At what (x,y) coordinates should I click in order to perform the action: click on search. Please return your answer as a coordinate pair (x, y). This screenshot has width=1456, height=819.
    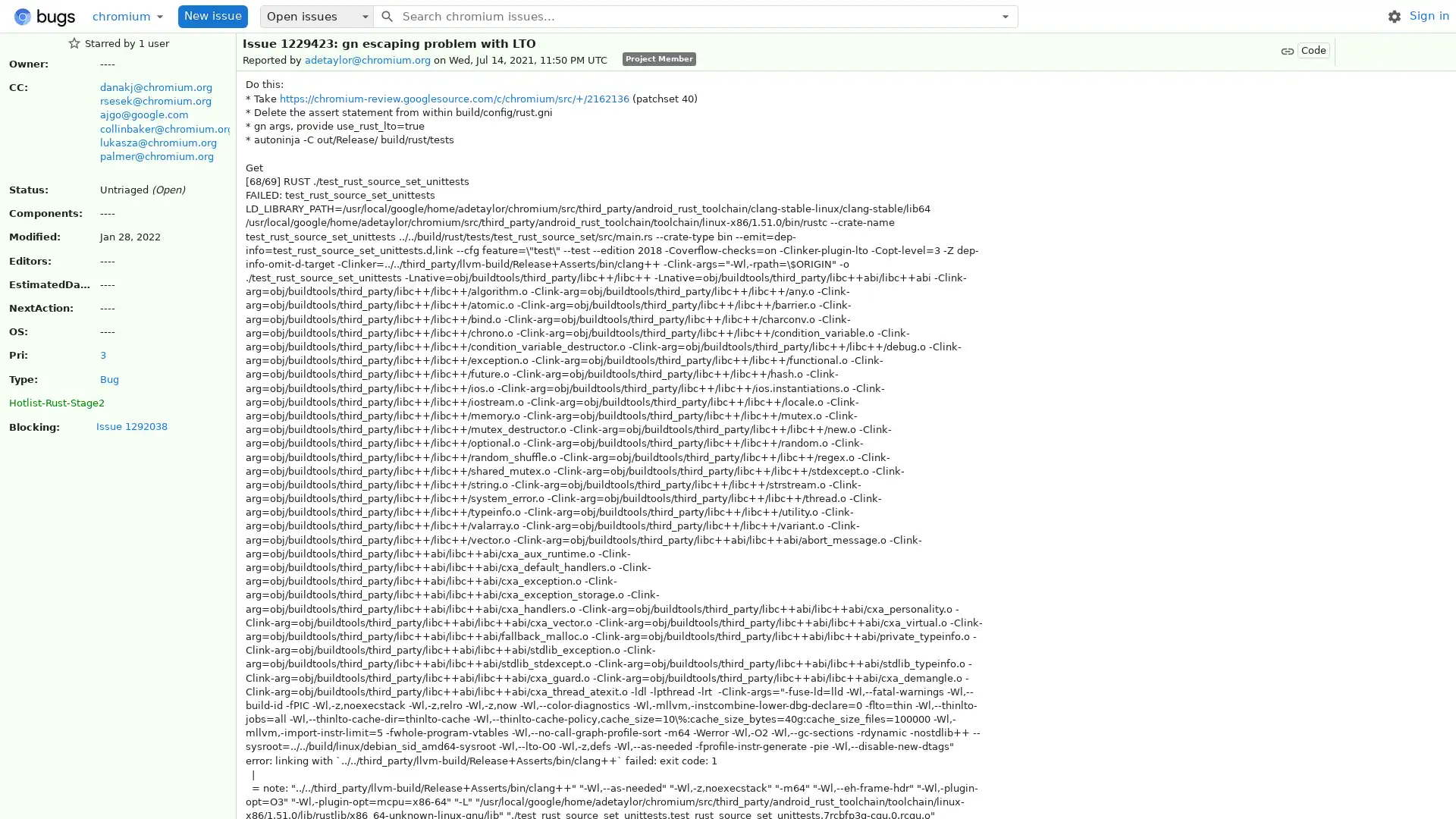
    Looking at the image, I should click on (386, 15).